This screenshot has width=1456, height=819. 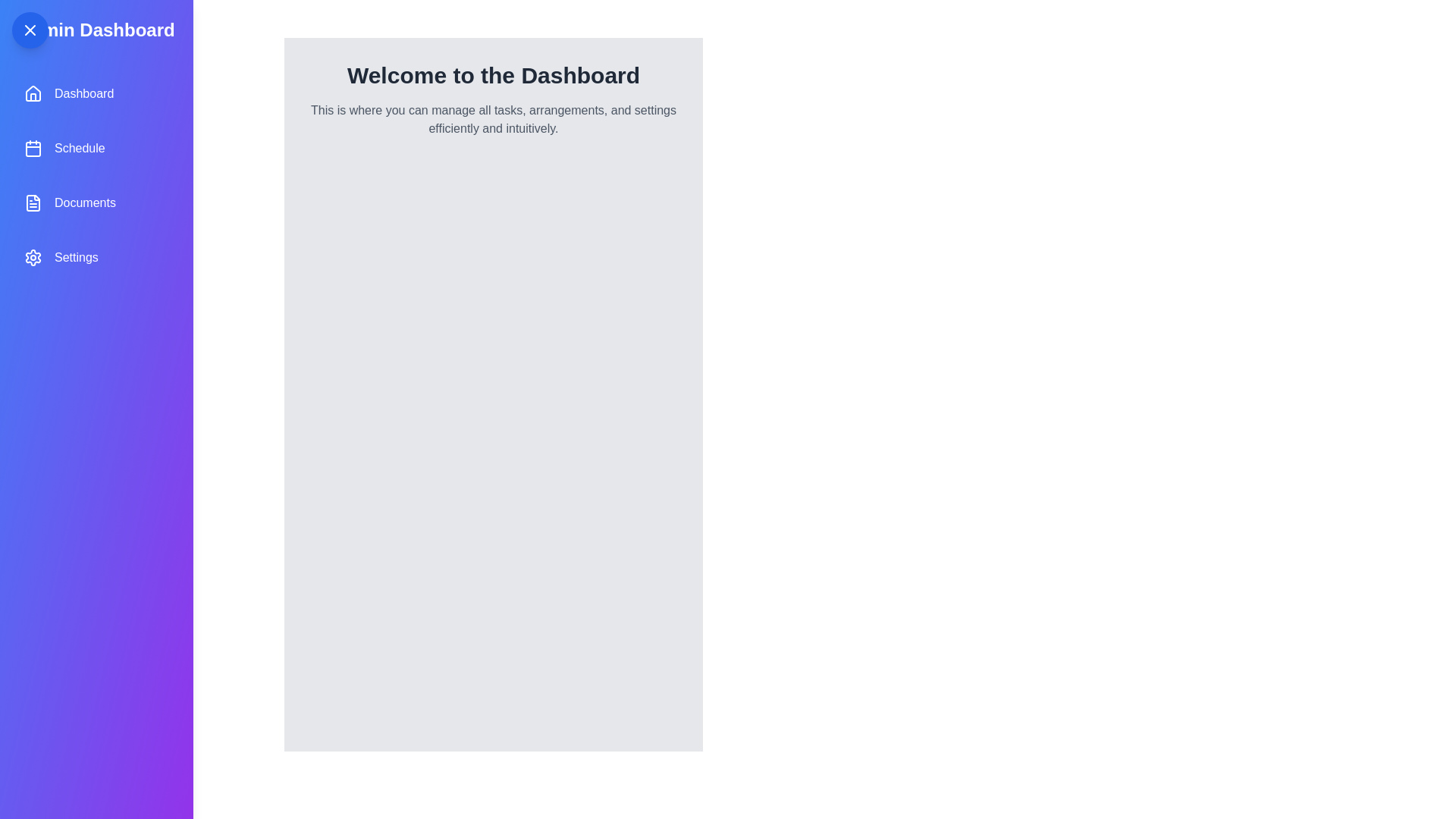 I want to click on the sidebar menu item labeled Documents, so click(x=95, y=202).